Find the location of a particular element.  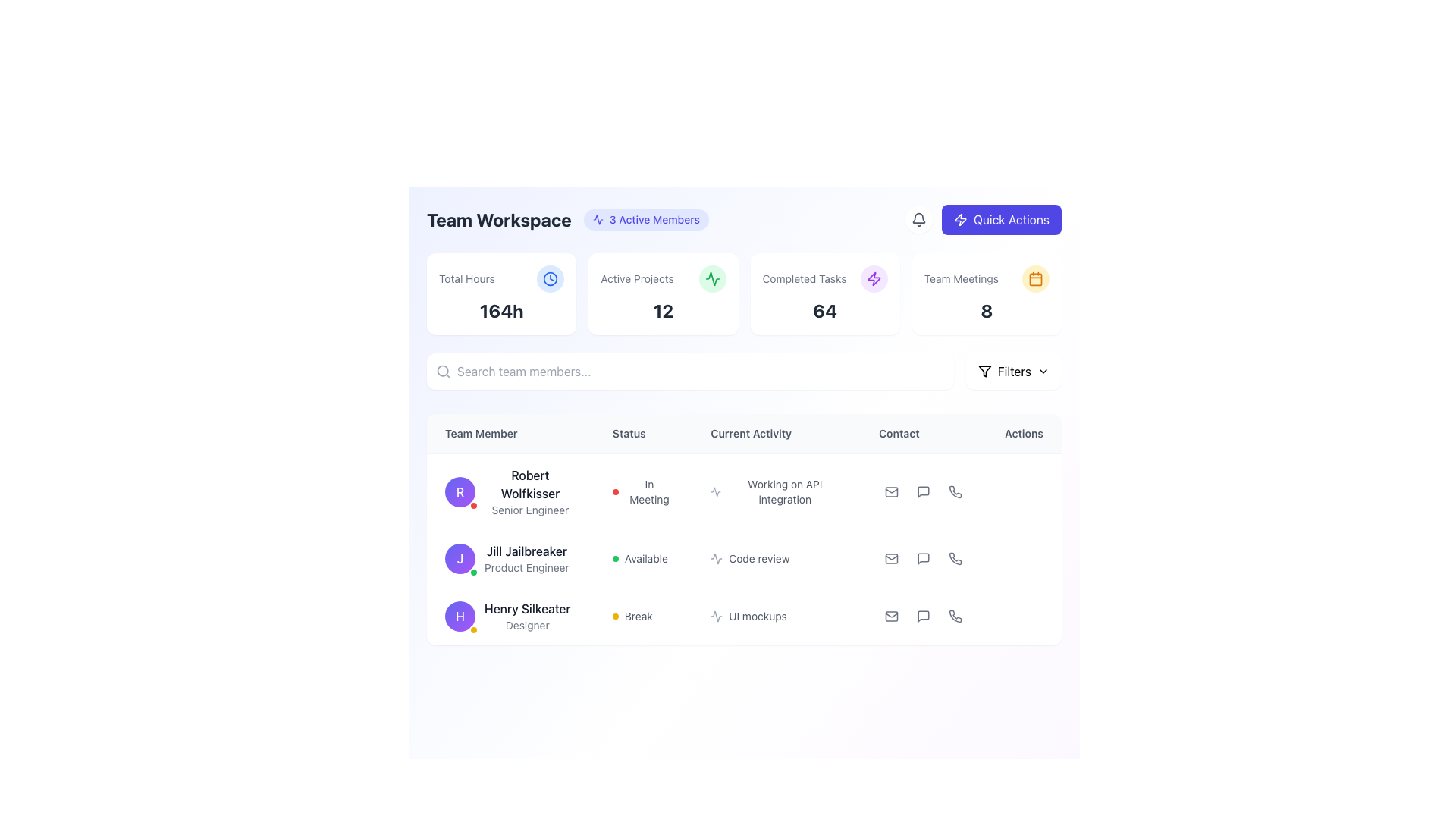

the filter dropdown button located in the top-right corner of the interface is located at coordinates (1013, 371).